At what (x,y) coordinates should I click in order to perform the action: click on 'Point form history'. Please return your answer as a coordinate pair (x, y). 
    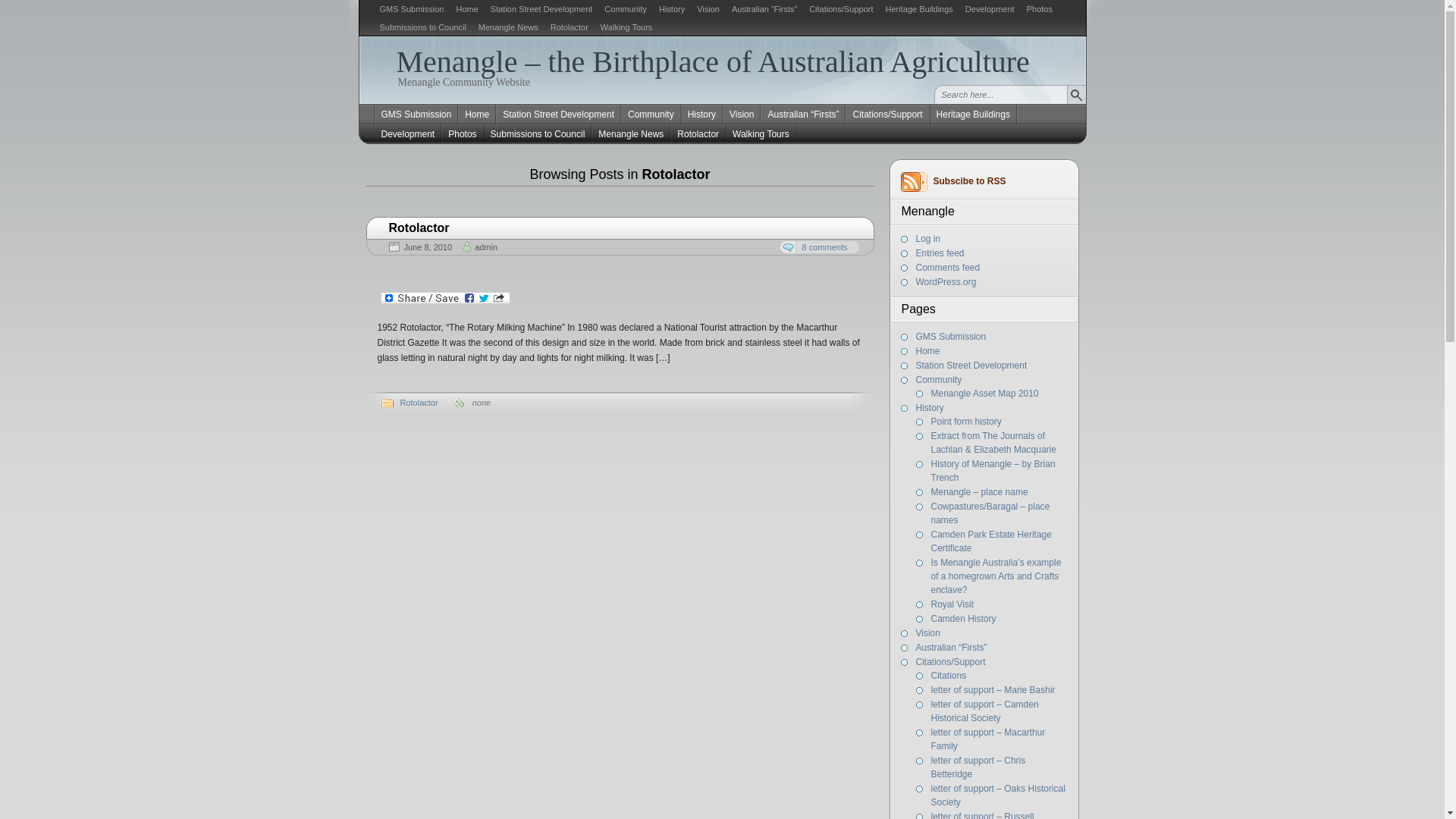
    Looking at the image, I should click on (965, 421).